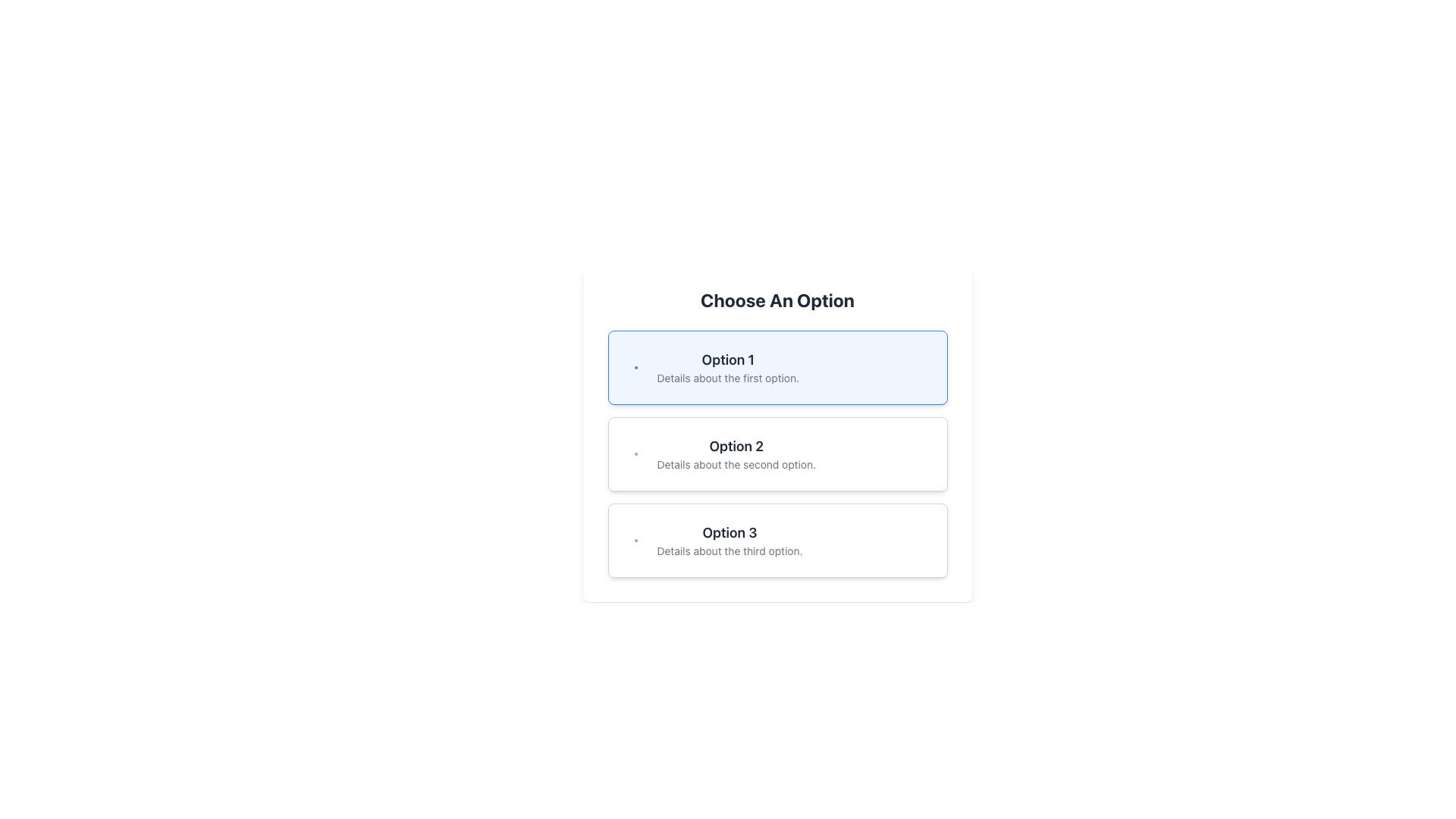  What do you see at coordinates (777, 540) in the screenshot?
I see `the third button labeled 'Option 3'` at bounding box center [777, 540].